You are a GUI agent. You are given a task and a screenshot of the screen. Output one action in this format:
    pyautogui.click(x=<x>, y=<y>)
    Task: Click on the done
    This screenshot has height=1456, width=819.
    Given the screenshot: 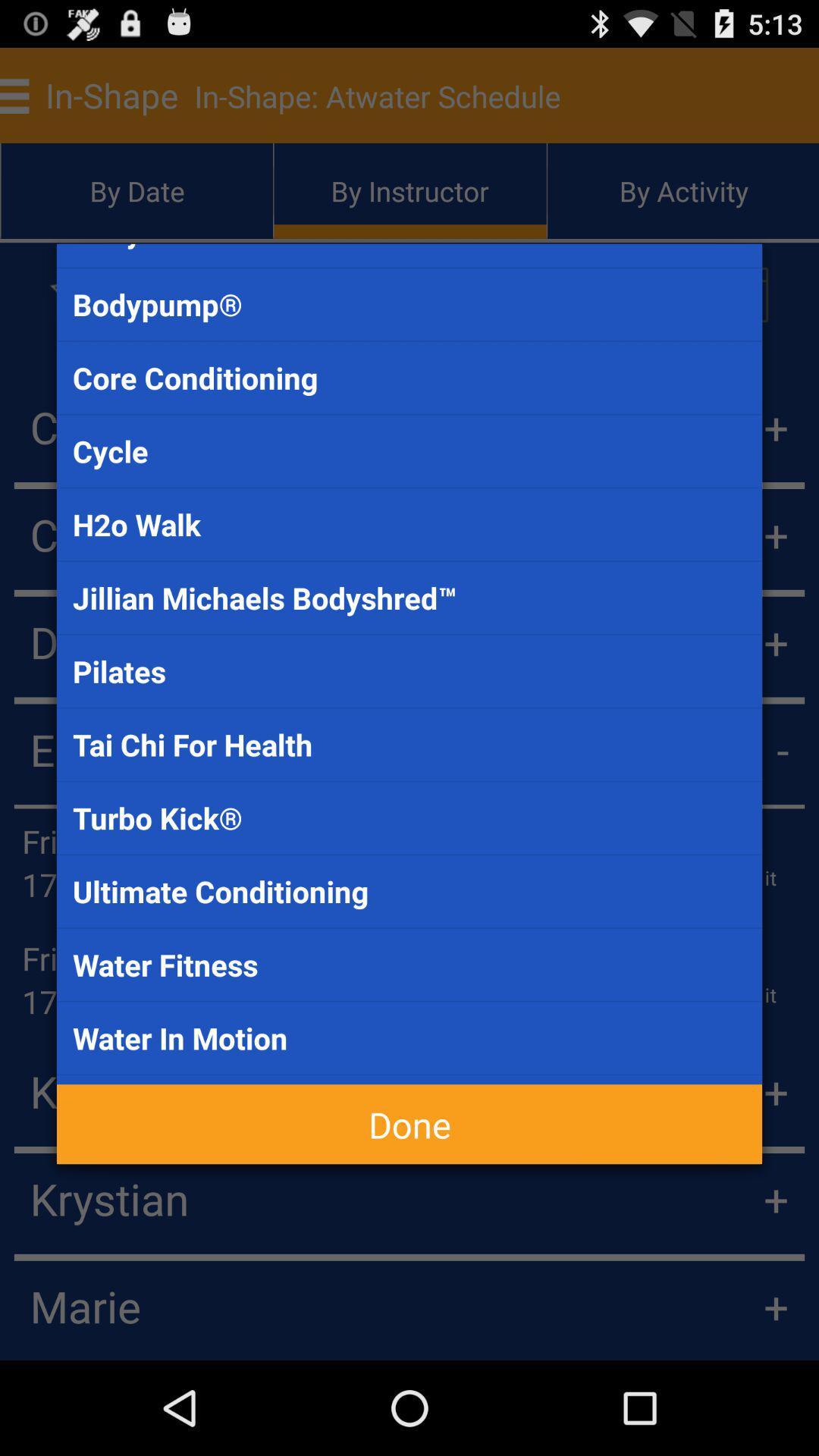 What is the action you would take?
    pyautogui.click(x=409, y=1124)
    